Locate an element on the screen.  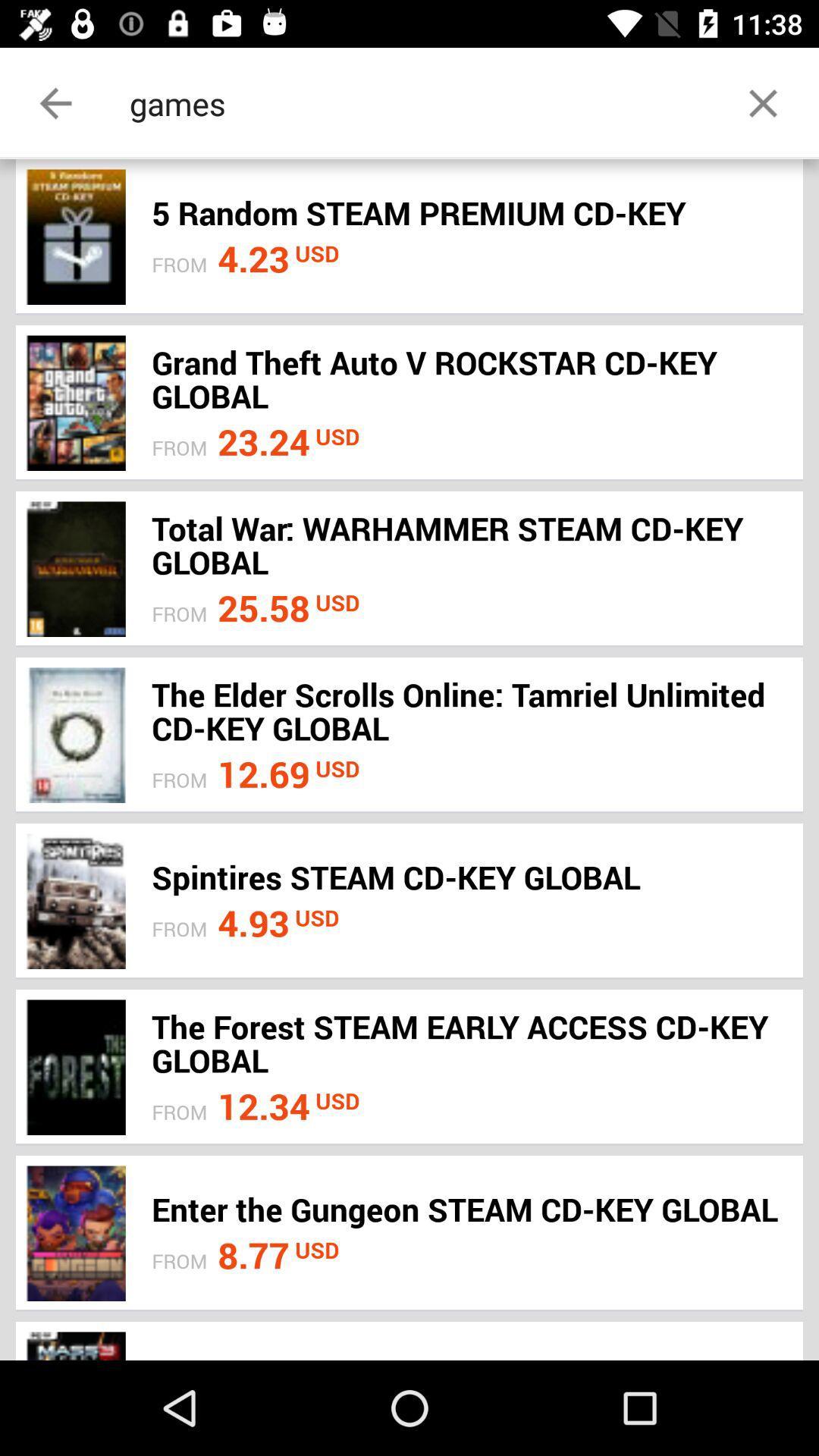
the close icon is located at coordinates (763, 102).